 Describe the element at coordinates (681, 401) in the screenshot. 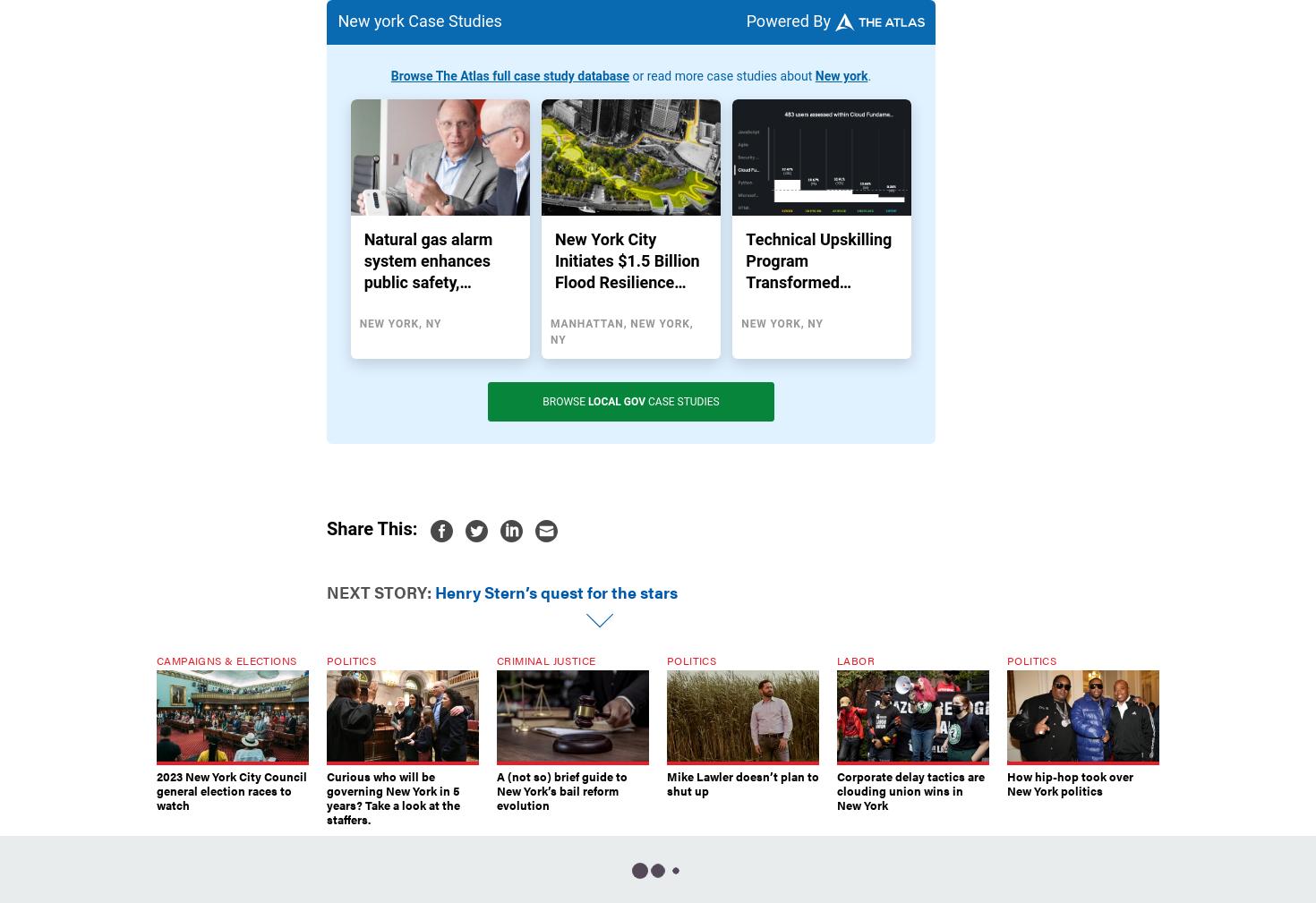

I see `'CASE STUDIES'` at that location.